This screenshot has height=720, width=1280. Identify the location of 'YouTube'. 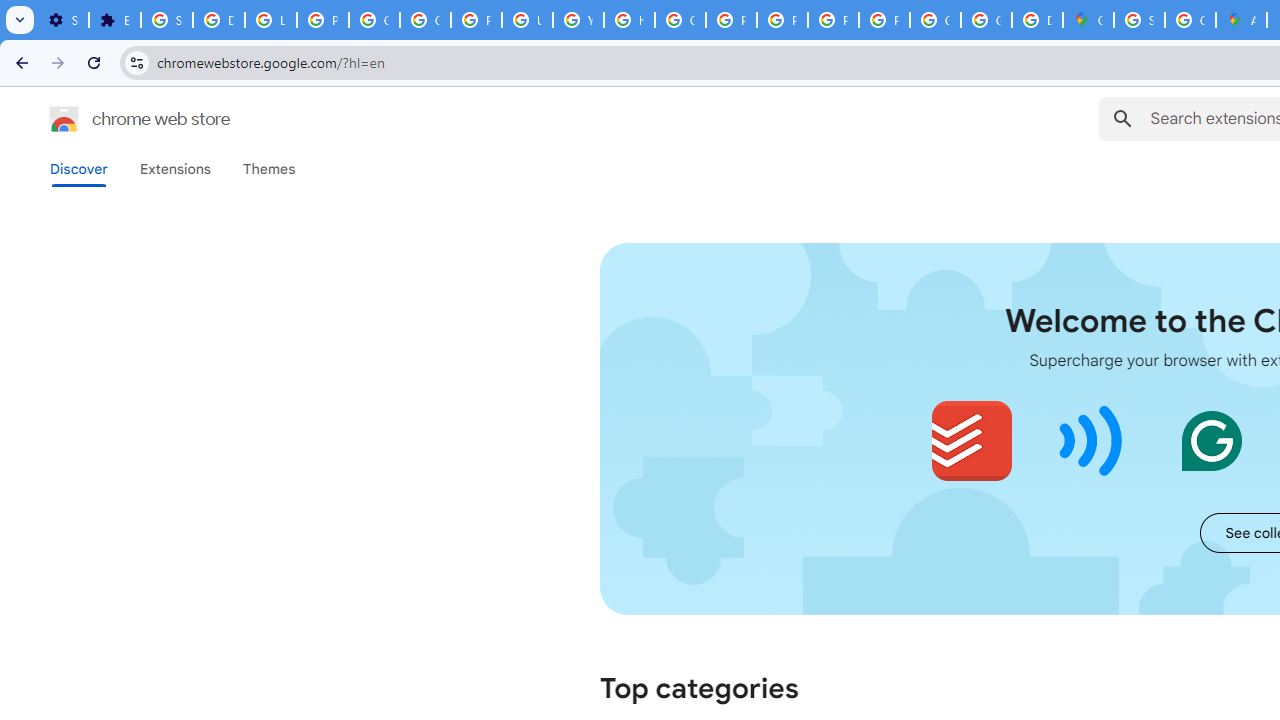
(577, 20).